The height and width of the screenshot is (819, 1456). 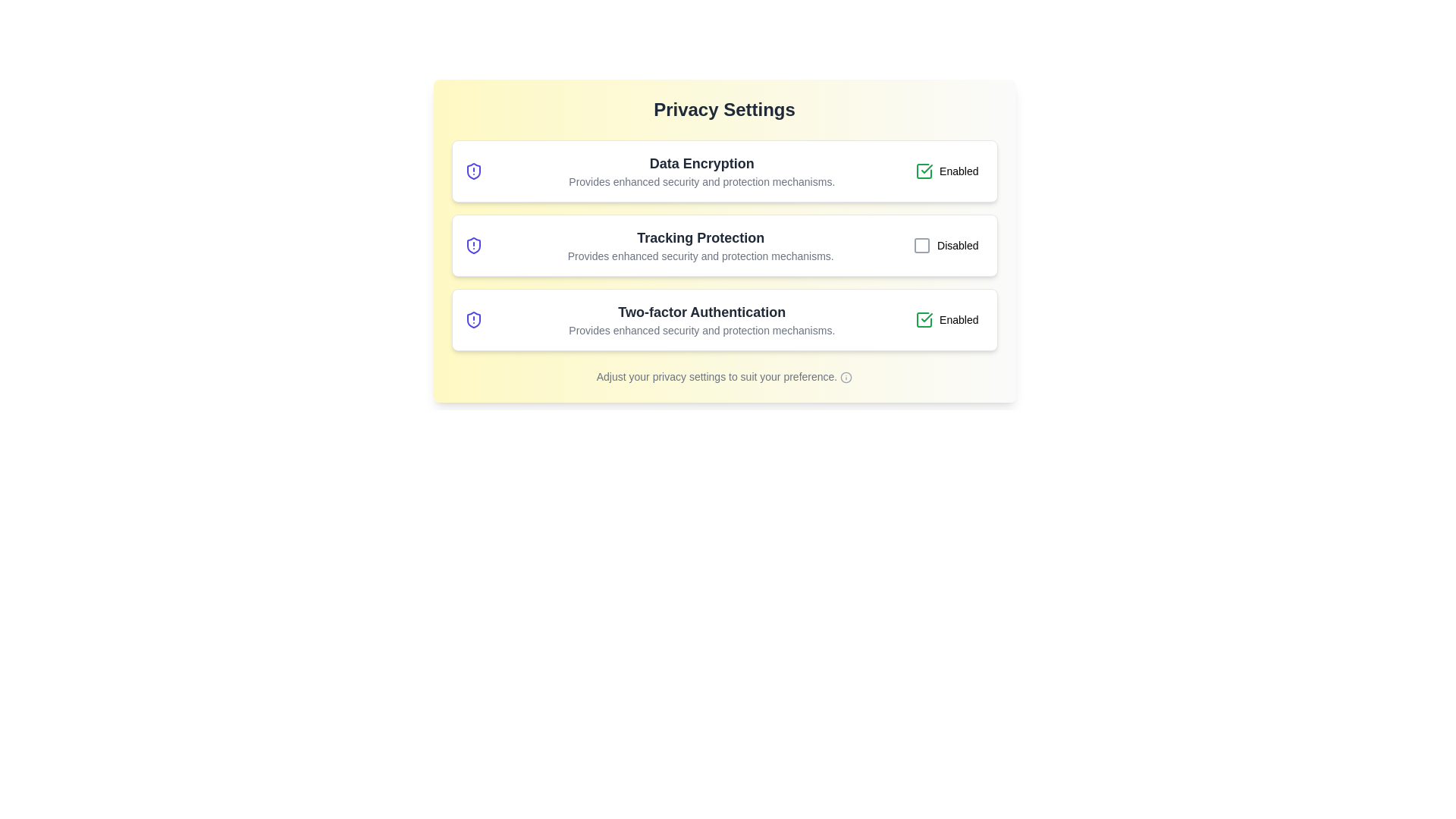 What do you see at coordinates (472, 318) in the screenshot?
I see `the Decorative Icon indicating the 'Two-factor Authentication' section to emphasize its importance` at bounding box center [472, 318].